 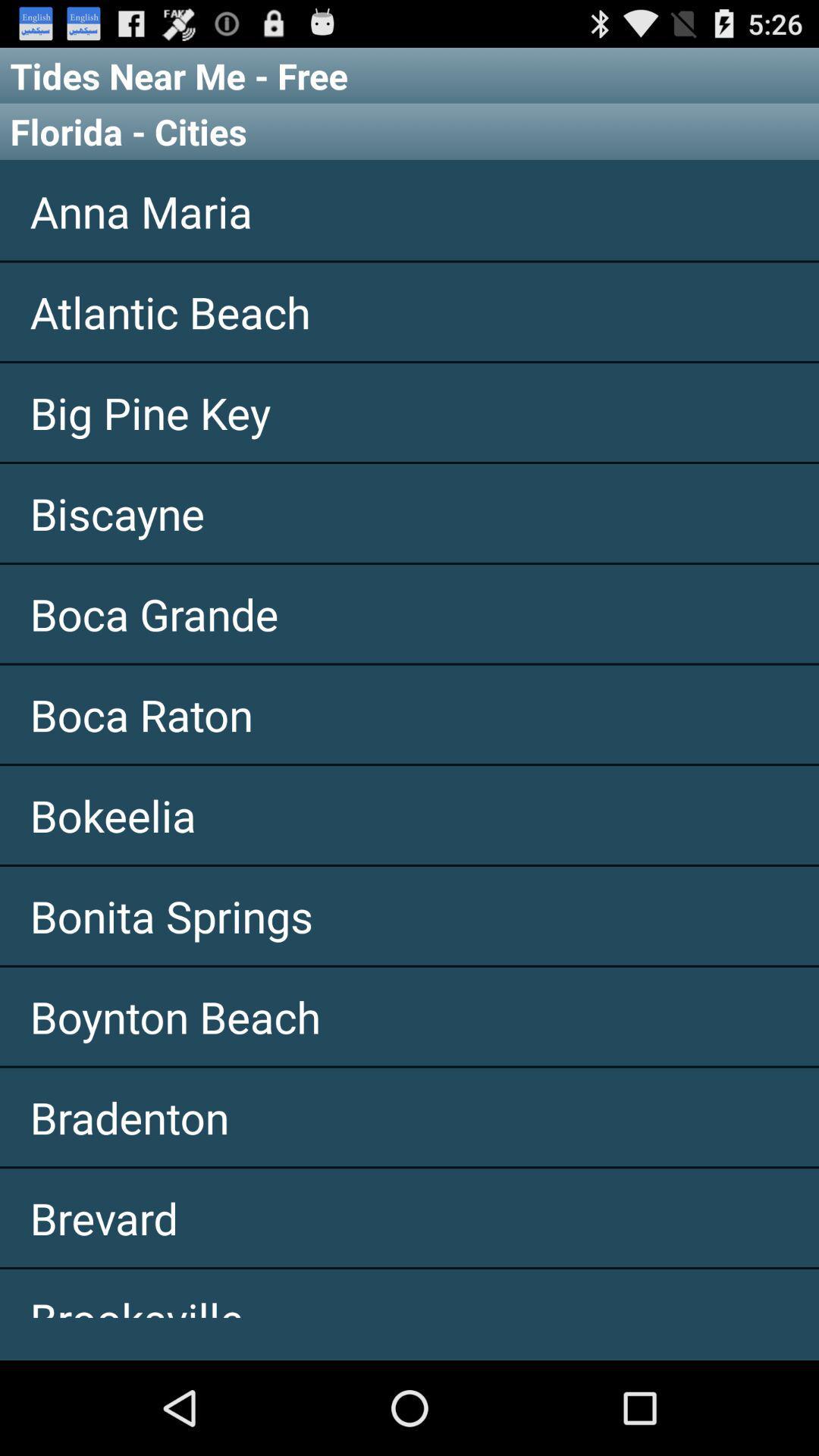 What do you see at coordinates (409, 915) in the screenshot?
I see `the app below the bokeelia` at bounding box center [409, 915].